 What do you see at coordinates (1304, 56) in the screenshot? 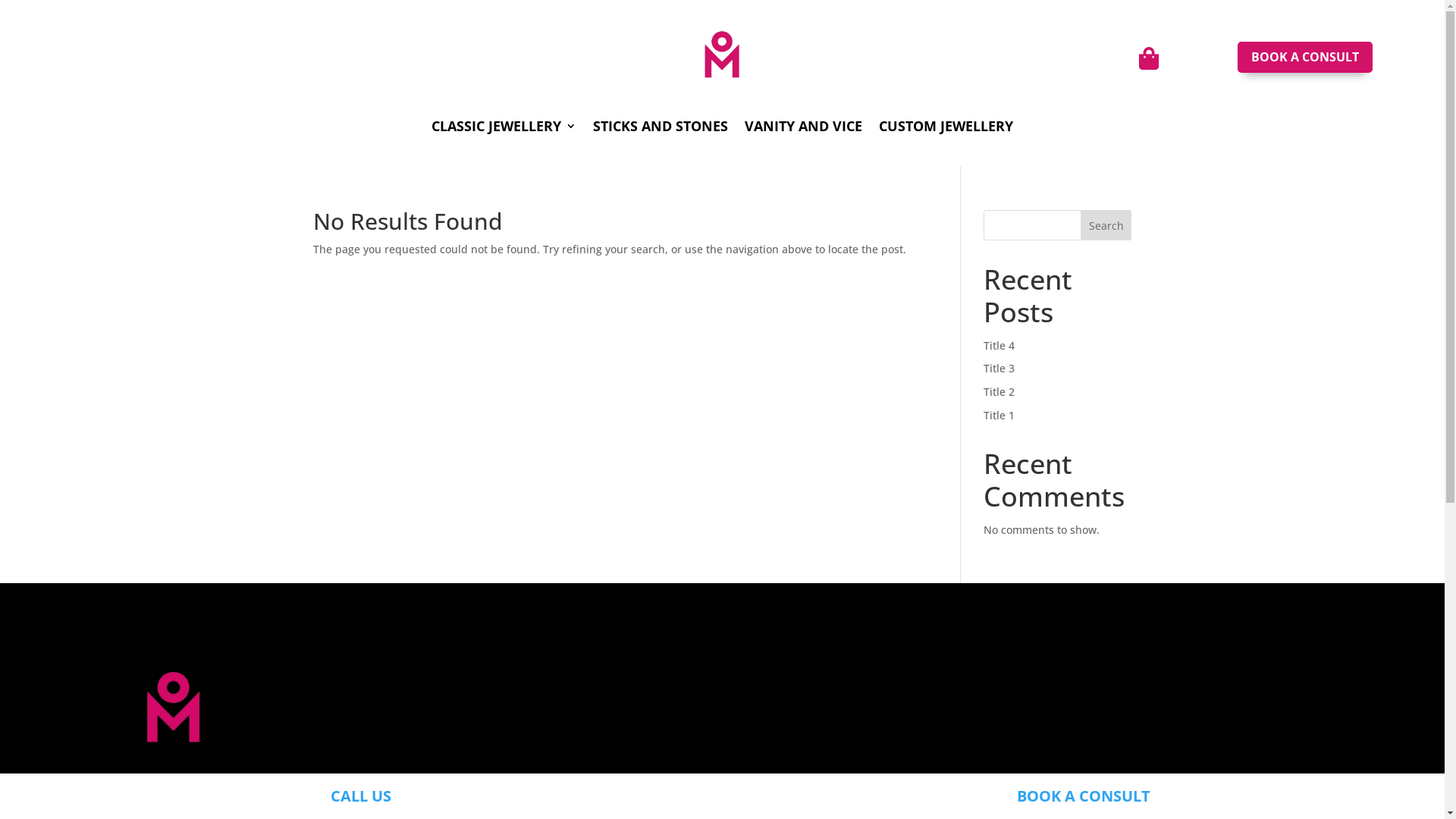
I see `'BOOK A CONSULT'` at bounding box center [1304, 56].